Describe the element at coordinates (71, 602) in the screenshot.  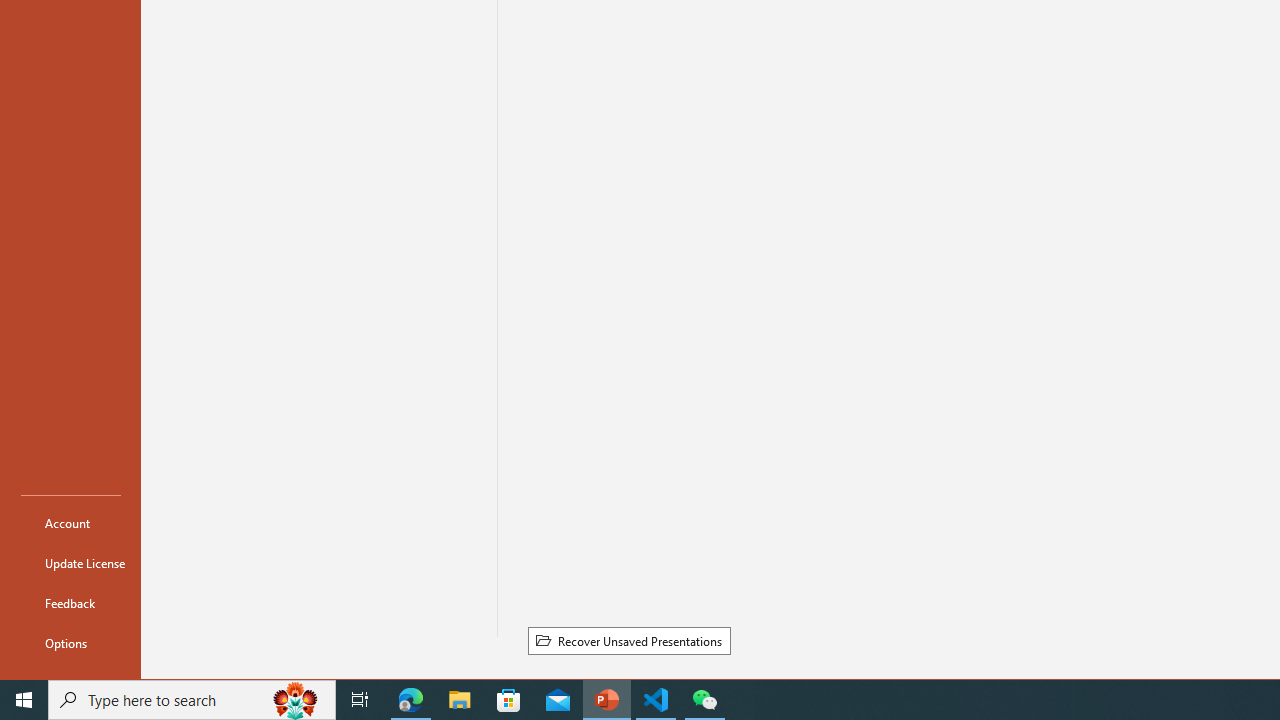
I see `'Feedback'` at that location.